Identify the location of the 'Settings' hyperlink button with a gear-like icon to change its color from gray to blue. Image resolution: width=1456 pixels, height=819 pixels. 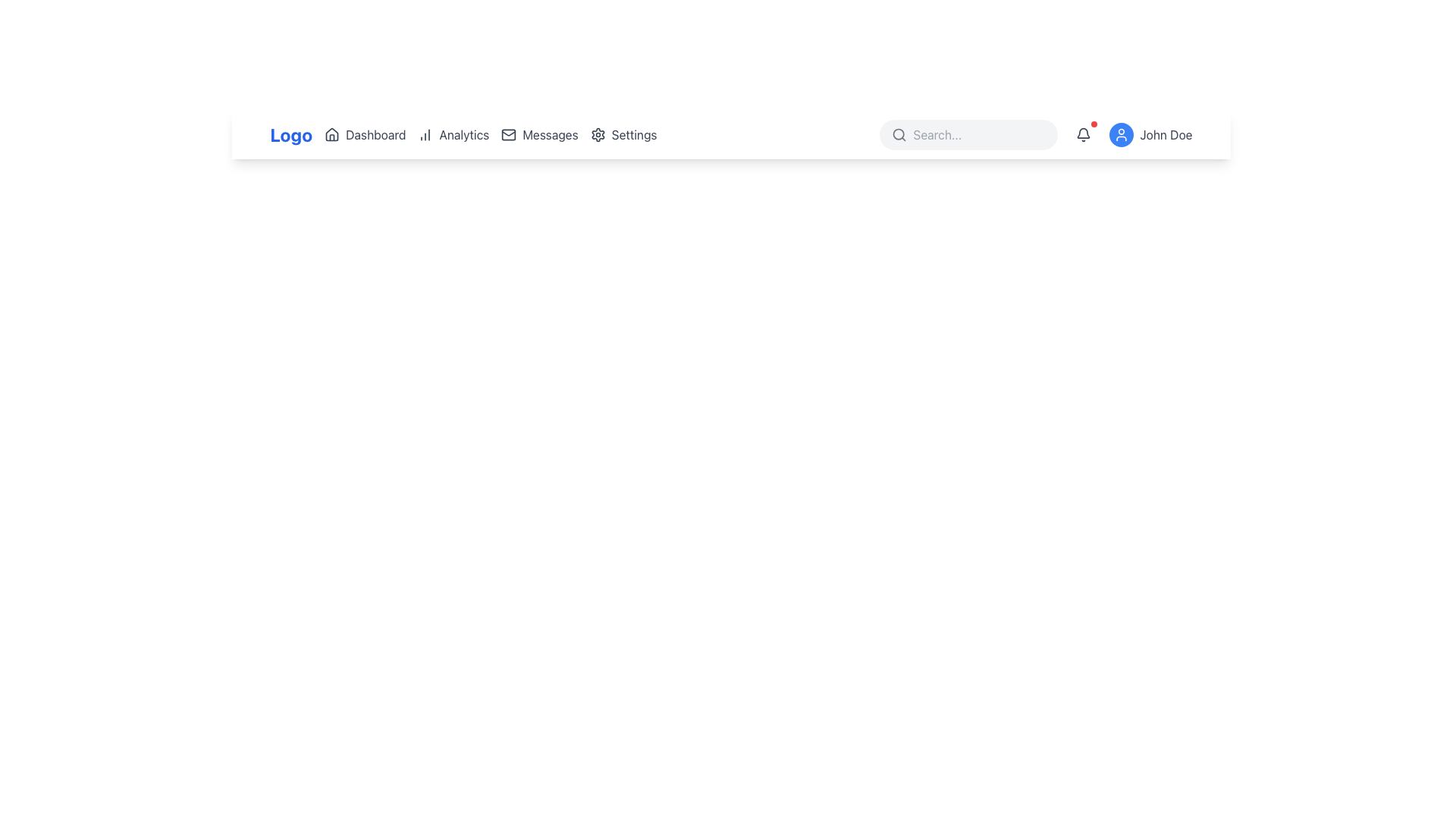
(623, 133).